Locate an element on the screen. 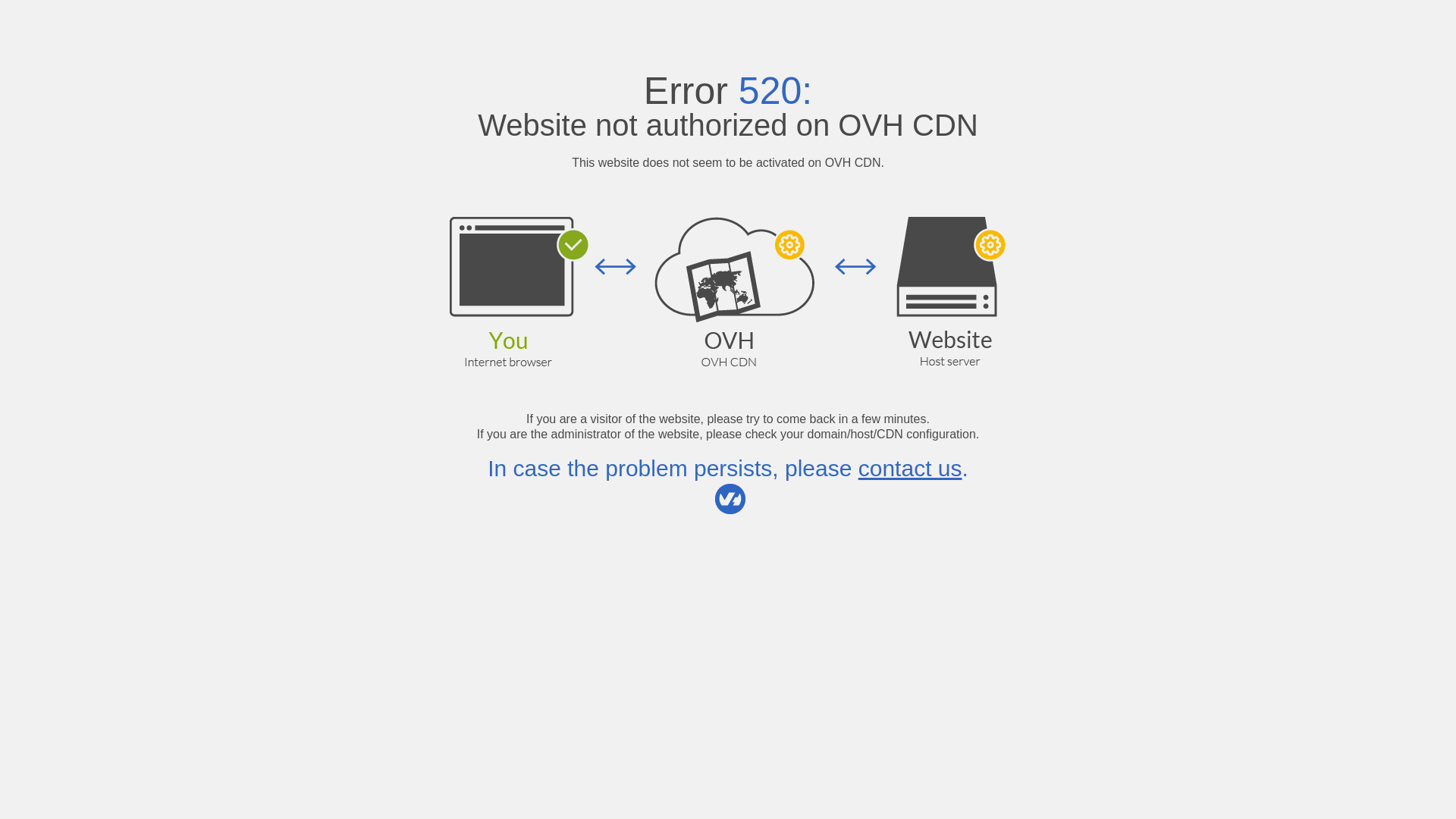 This screenshot has height=819, width=1456. 'contact us' is located at coordinates (910, 467).